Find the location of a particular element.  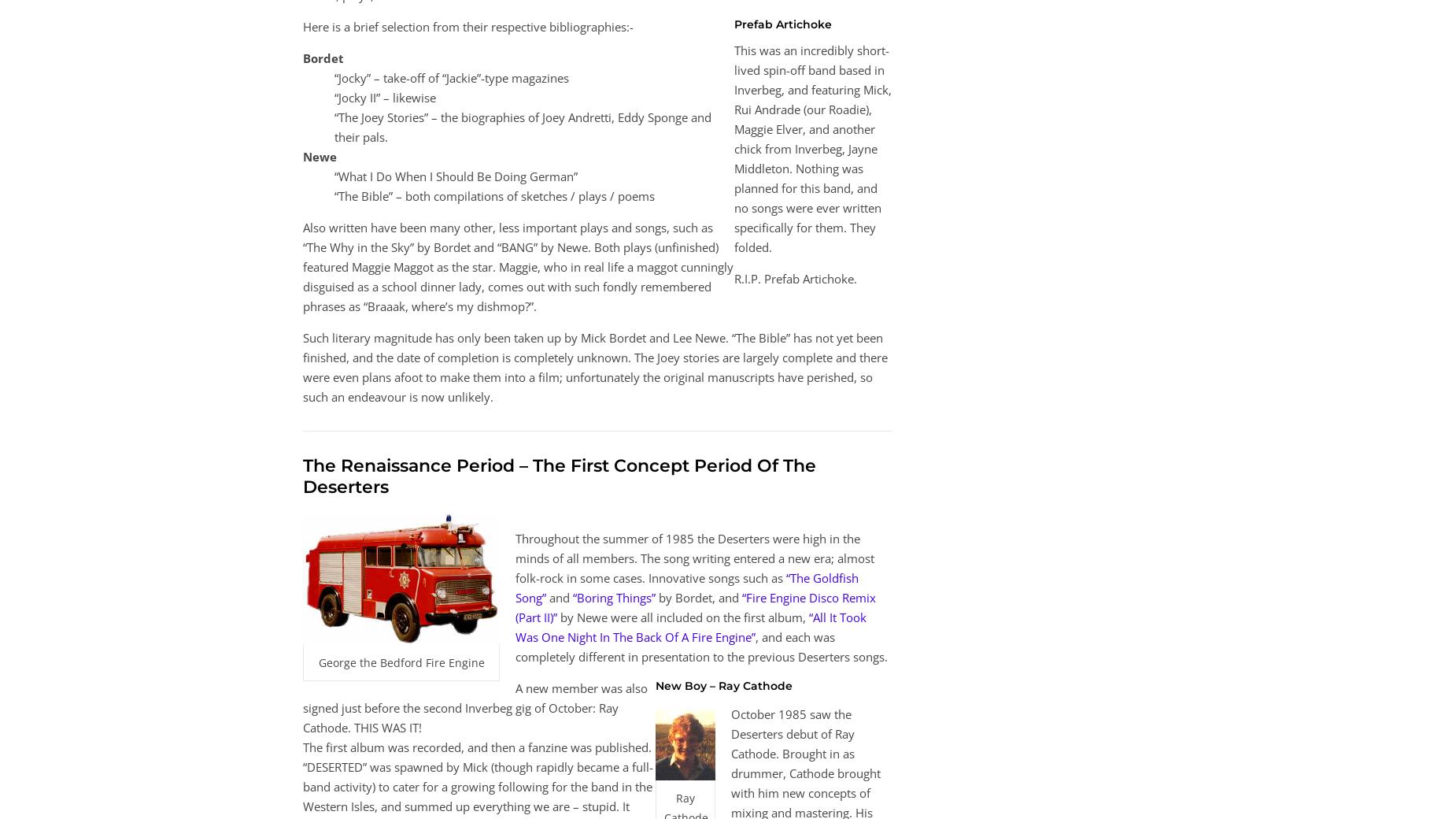

'Bordet' is located at coordinates (323, 57).